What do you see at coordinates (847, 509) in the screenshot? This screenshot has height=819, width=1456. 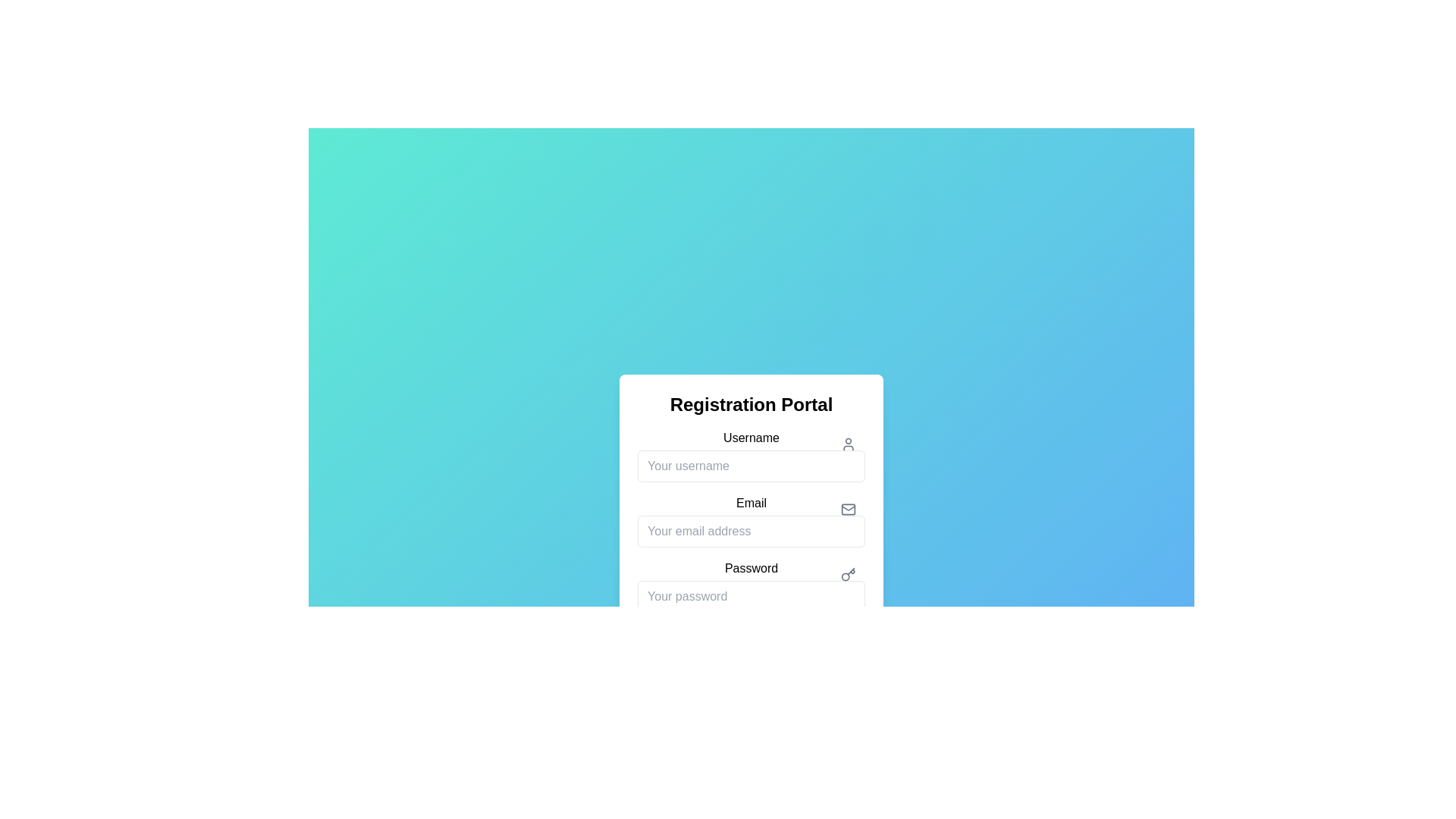 I see `the email input field by clicking on the envelope icon located on the right side of the input field` at bounding box center [847, 509].